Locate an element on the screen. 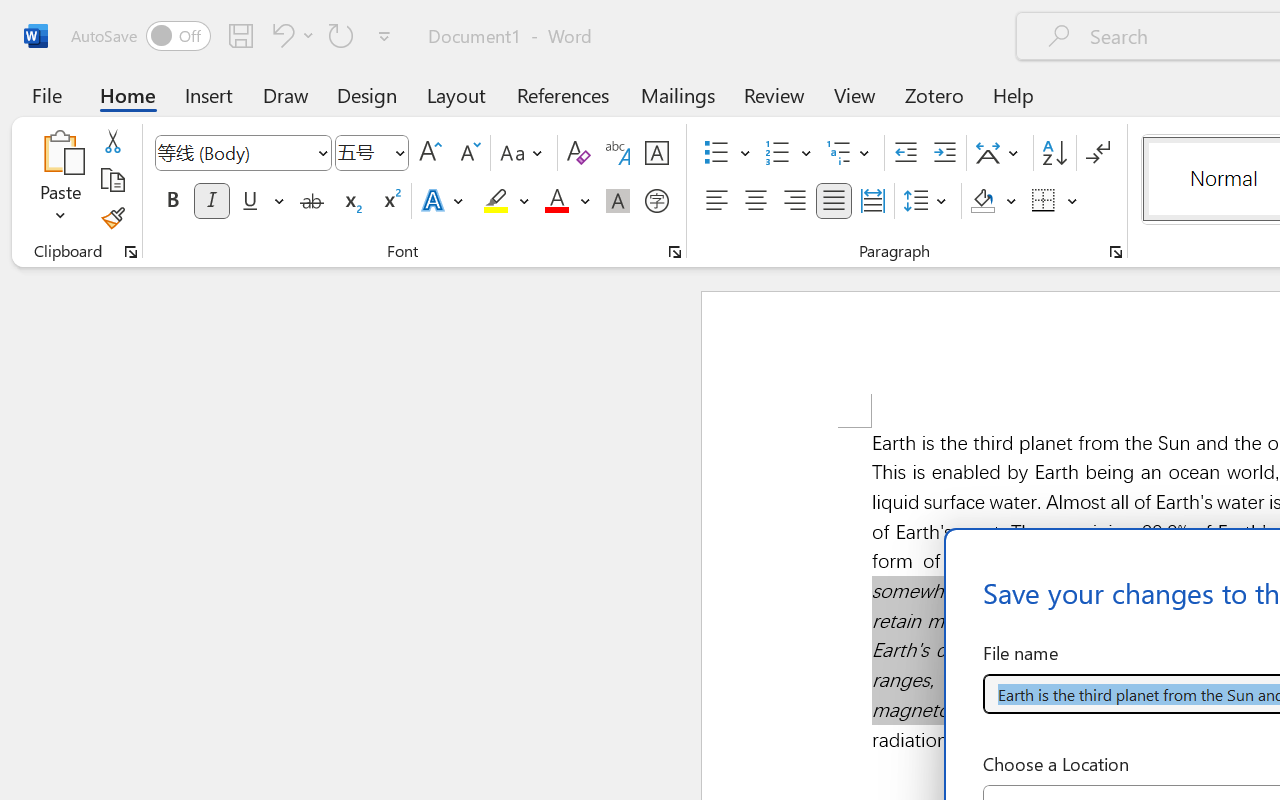  'Multilevel List' is located at coordinates (850, 153).